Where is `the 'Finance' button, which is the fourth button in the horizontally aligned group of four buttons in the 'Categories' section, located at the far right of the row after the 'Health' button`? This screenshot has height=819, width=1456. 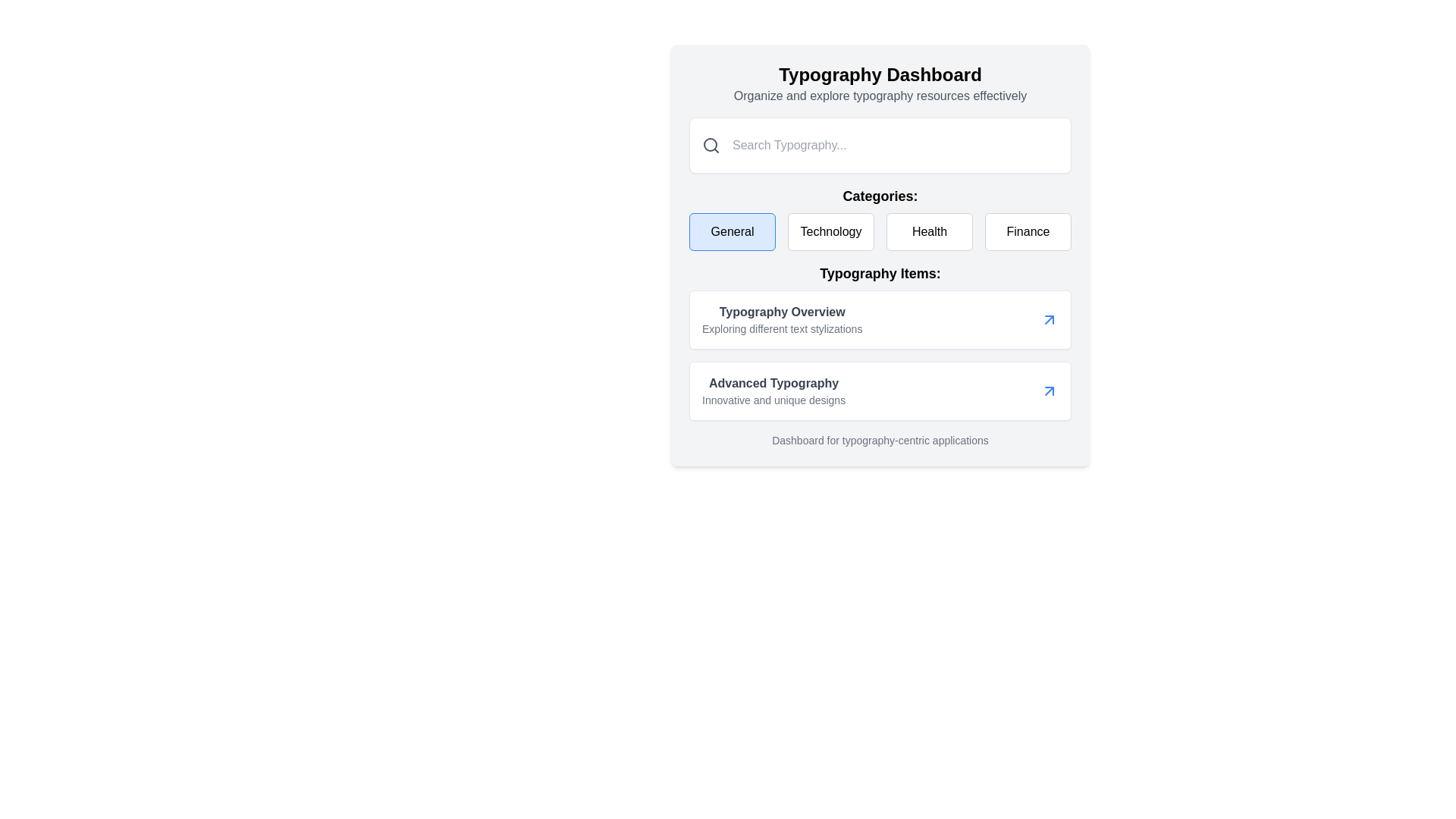
the 'Finance' button, which is the fourth button in the horizontally aligned group of four buttons in the 'Categories' section, located at the far right of the row after the 'Health' button is located at coordinates (1028, 231).